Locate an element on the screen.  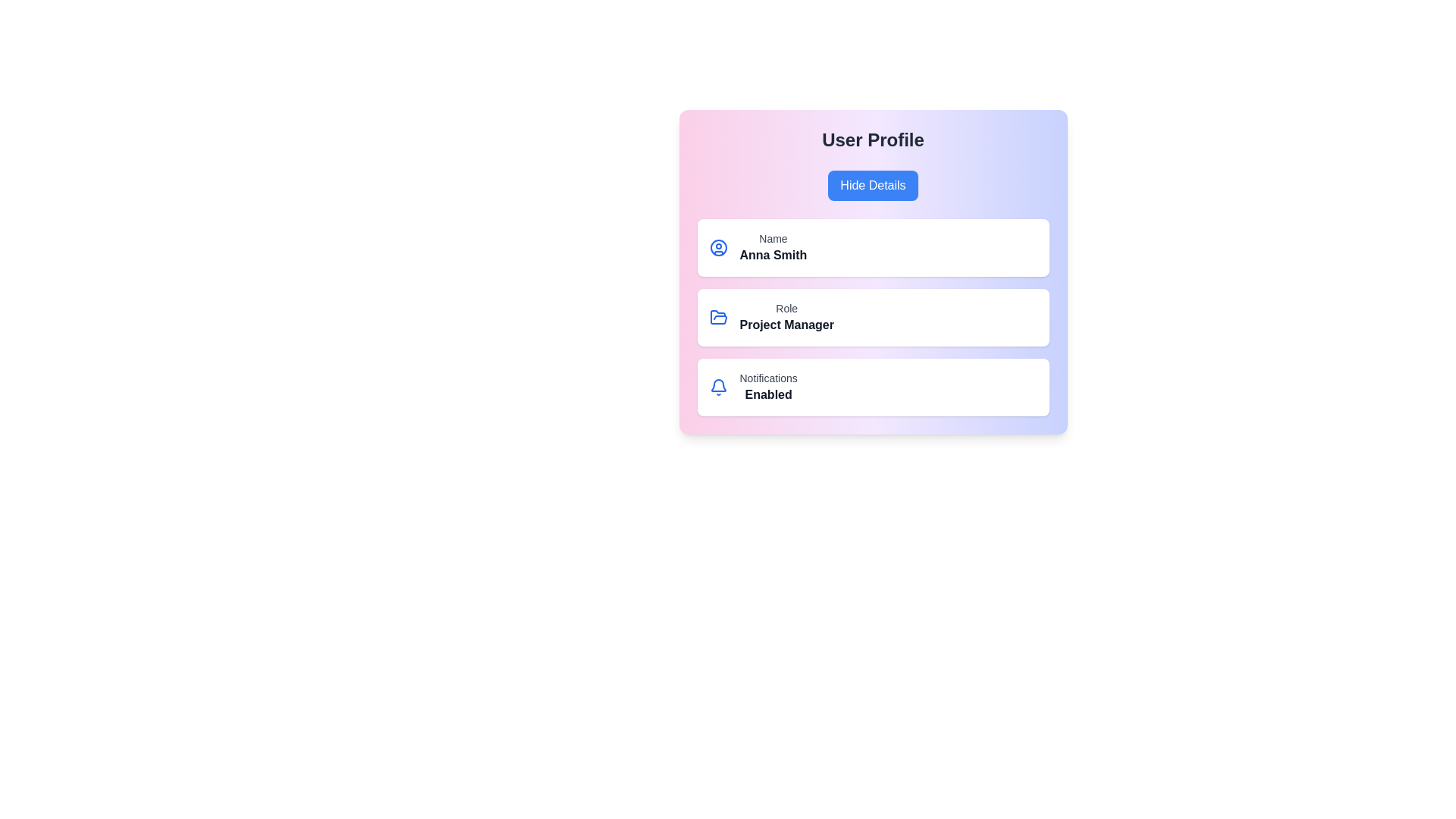
the notification icon located on the left side of the 'Notifications' section within the 'User Profile' card, which is visually distinct and positioned at the bottom under the 'Role' section is located at coordinates (717, 386).